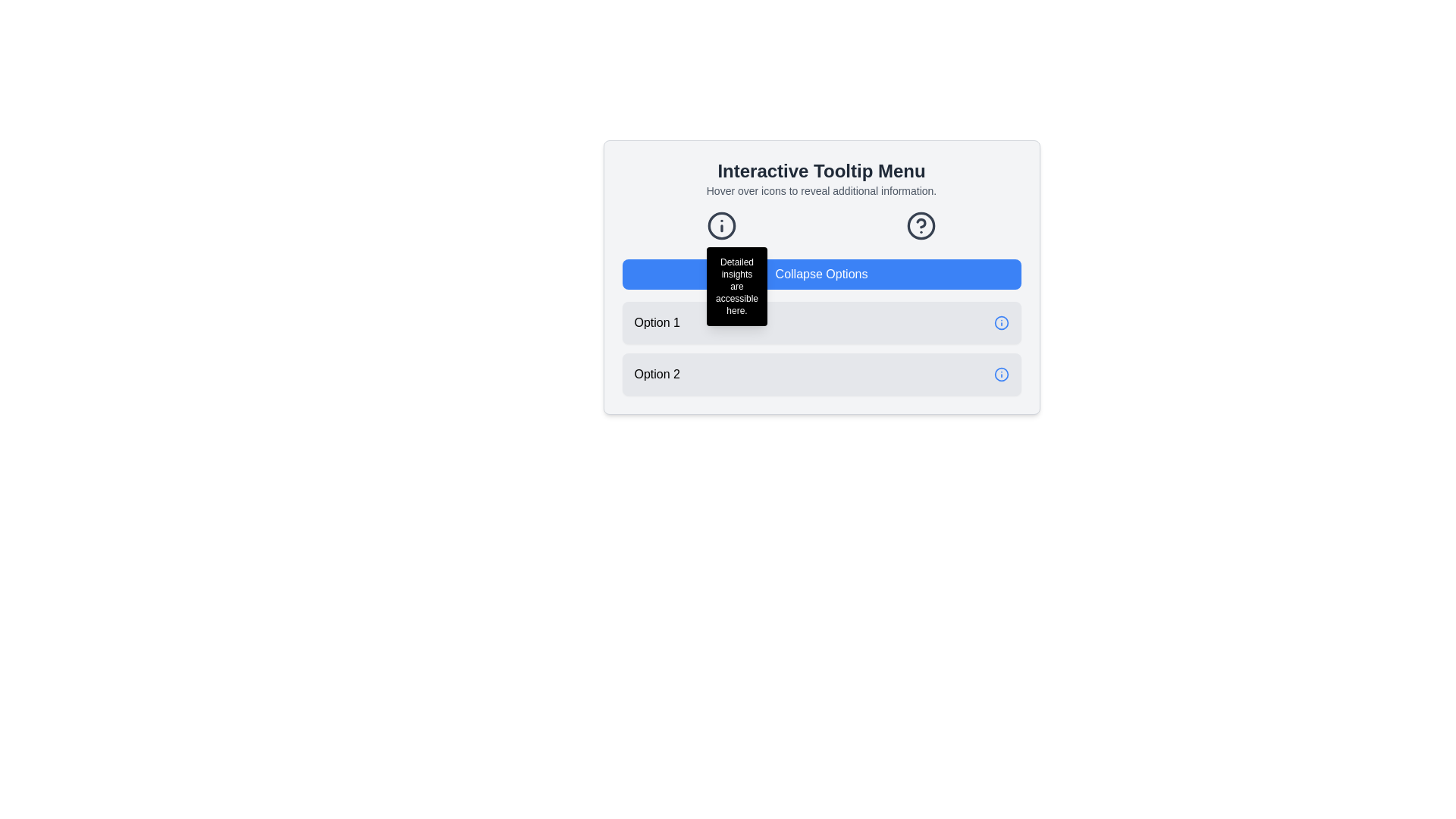 The image size is (1456, 819). I want to click on the decorative circle element that is part of the question mark icon in the title section of the interface, so click(920, 225).